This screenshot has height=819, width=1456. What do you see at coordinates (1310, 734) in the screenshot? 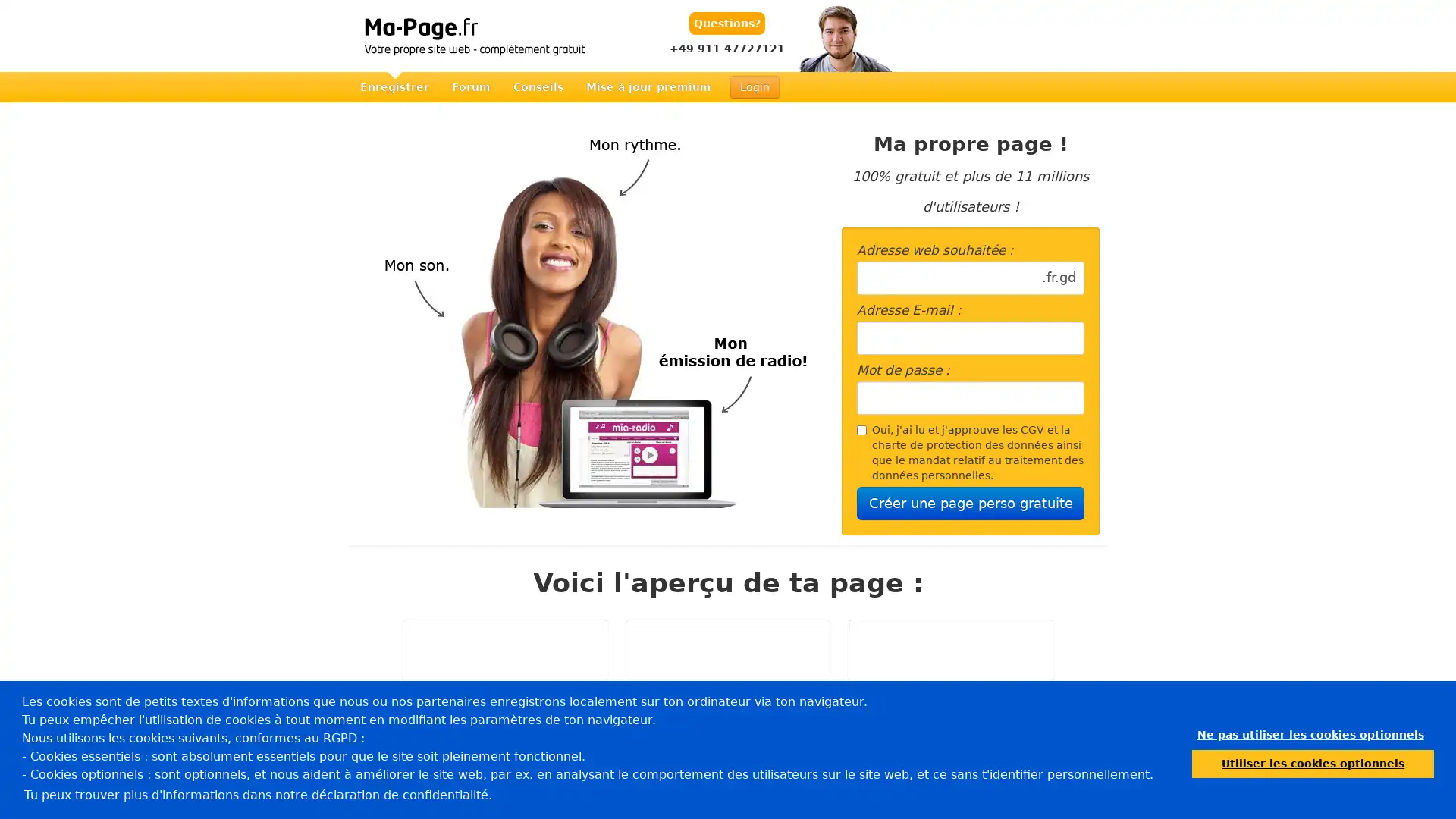
I see `dismiss cookie message` at bounding box center [1310, 734].